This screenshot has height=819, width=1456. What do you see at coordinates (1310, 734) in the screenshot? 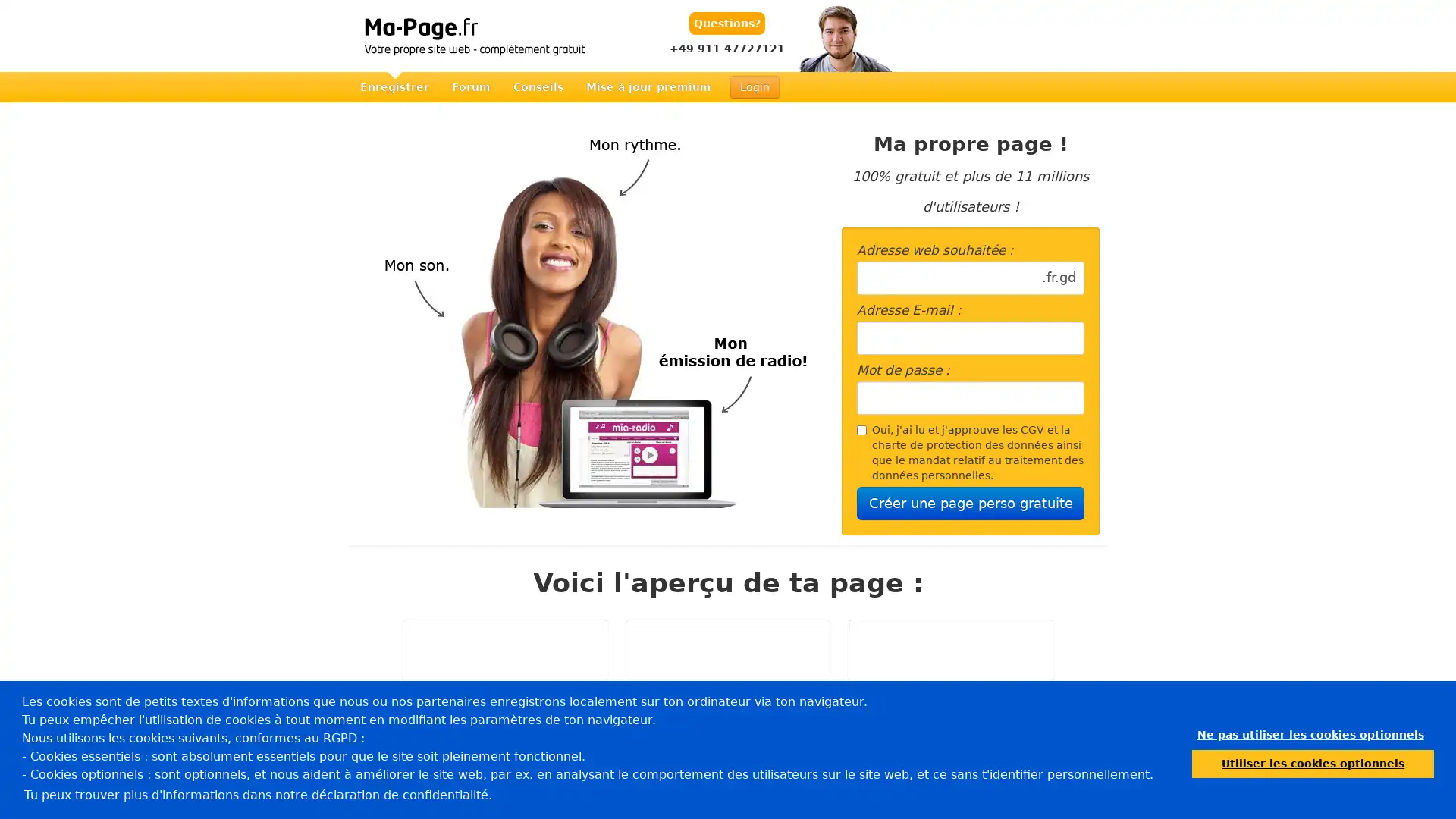
I see `dismiss cookie message` at bounding box center [1310, 734].